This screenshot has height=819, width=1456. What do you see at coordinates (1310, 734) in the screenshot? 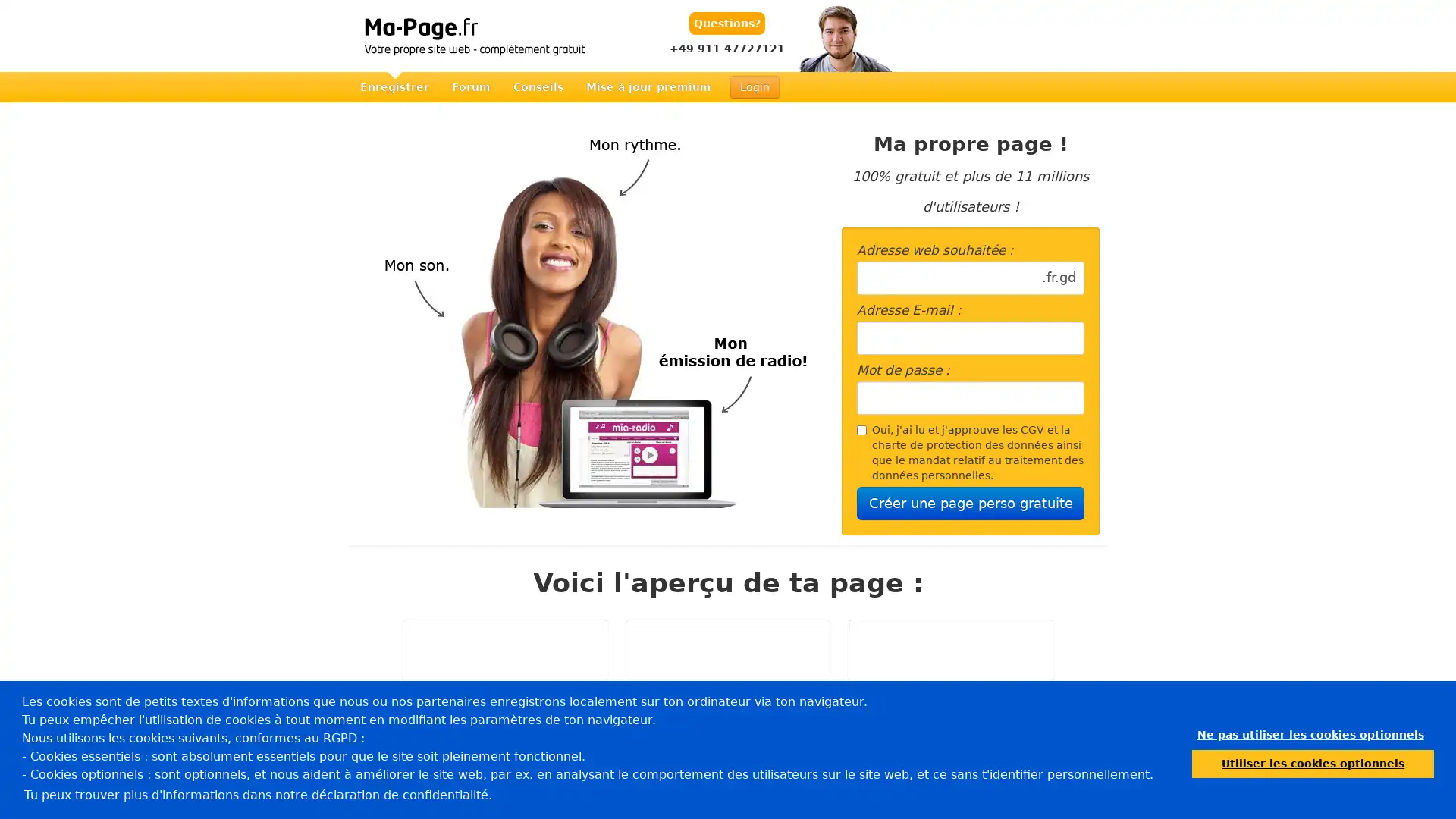
I see `dismiss cookie message` at bounding box center [1310, 734].